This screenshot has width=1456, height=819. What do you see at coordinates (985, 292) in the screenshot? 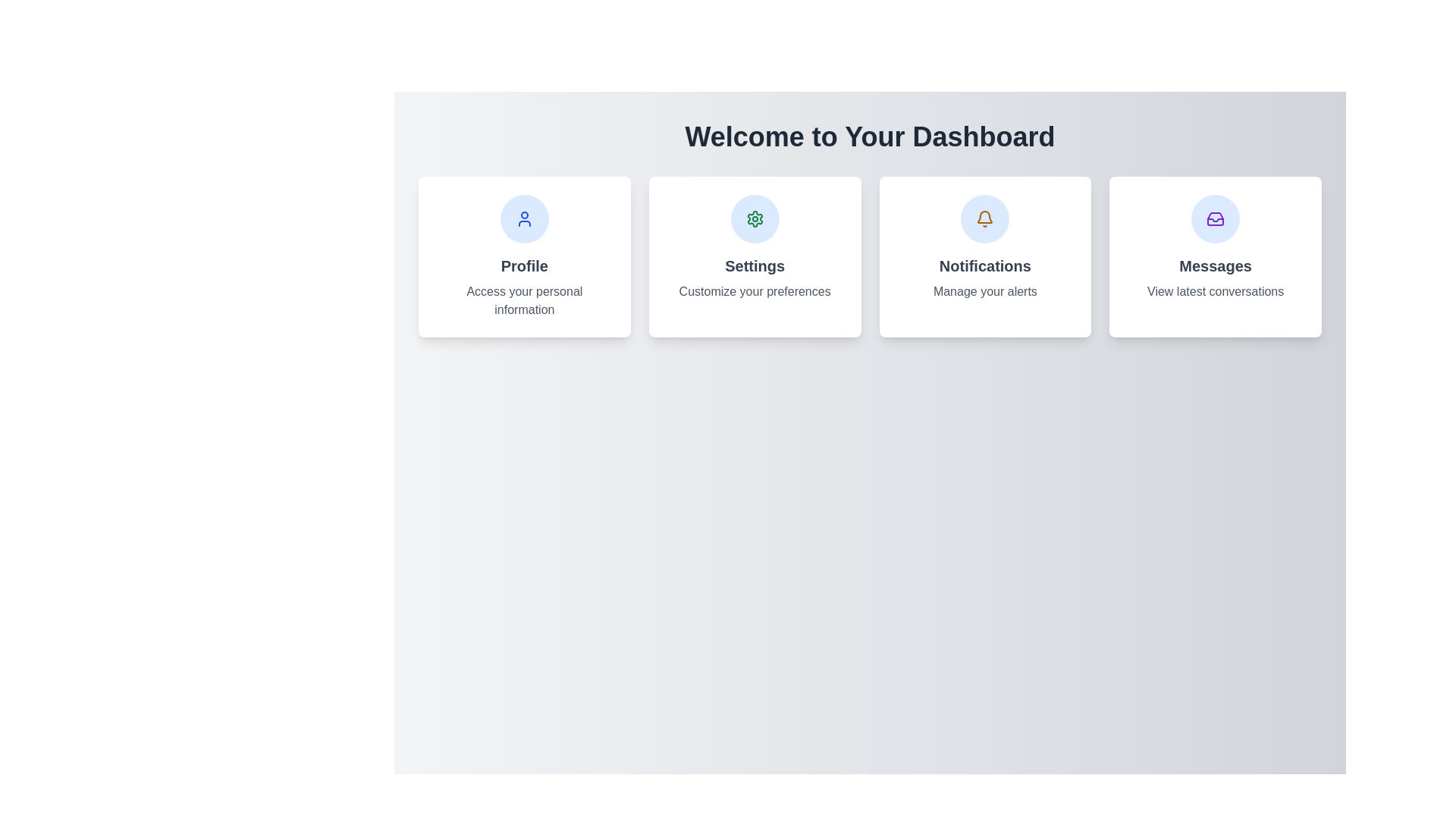
I see `text label that displays 'Manage your alerts', which is styled in gray and located within the 'Notifications' card` at bounding box center [985, 292].